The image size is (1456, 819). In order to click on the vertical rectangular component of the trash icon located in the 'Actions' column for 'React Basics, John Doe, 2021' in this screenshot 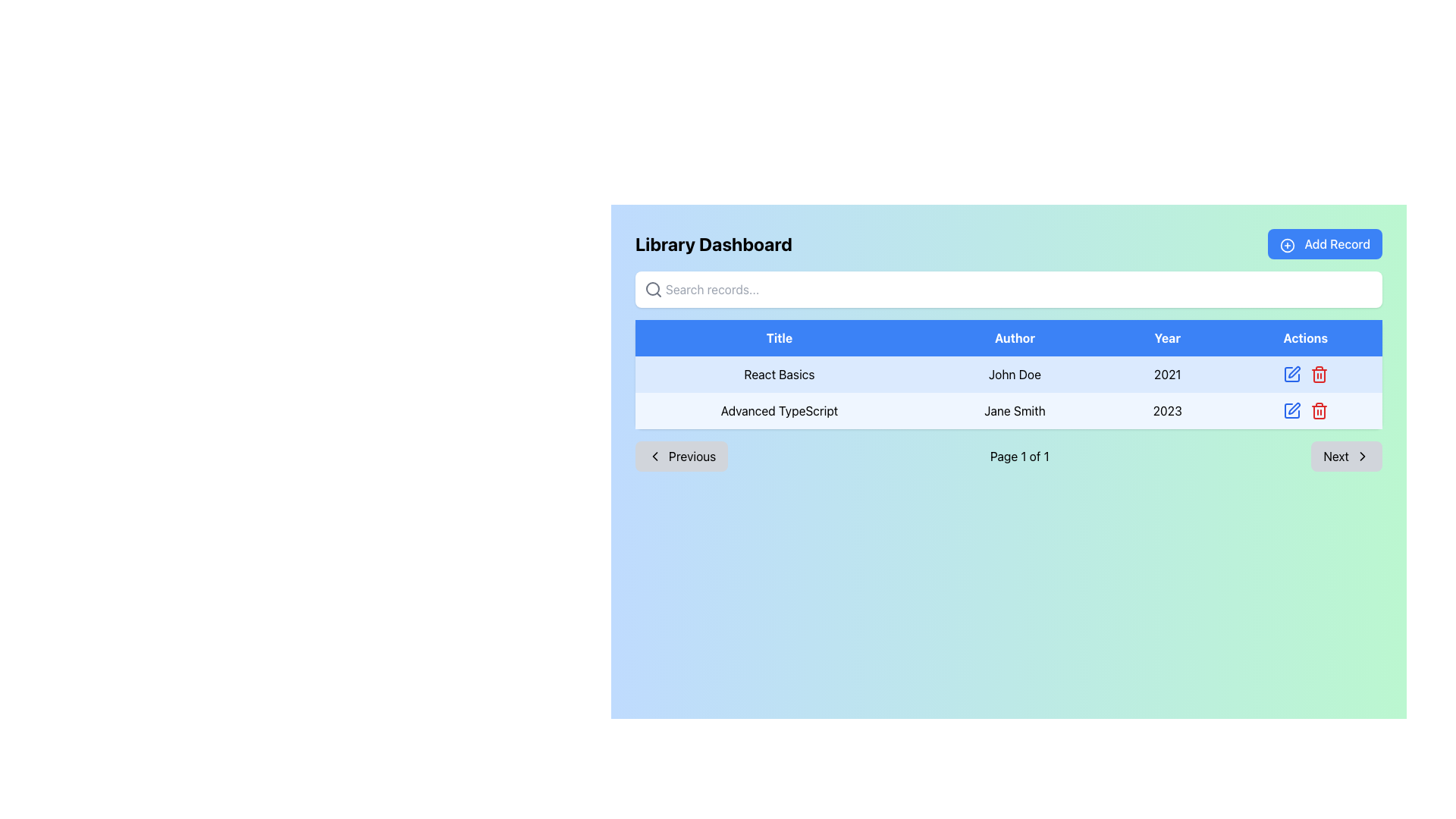, I will do `click(1318, 375)`.